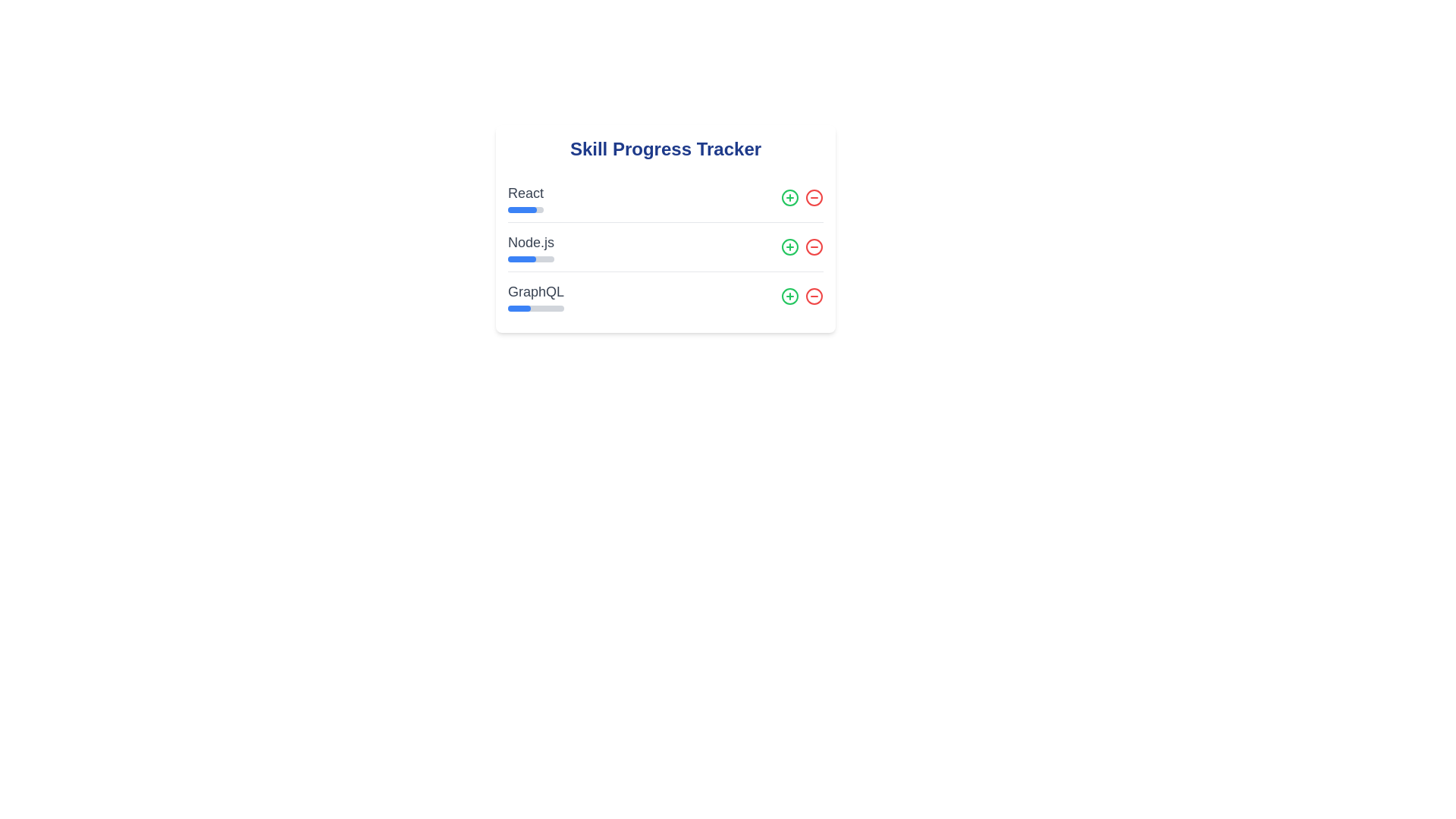  Describe the element at coordinates (789, 197) in the screenshot. I see `'+' button for the skill React to increase its progress` at that location.